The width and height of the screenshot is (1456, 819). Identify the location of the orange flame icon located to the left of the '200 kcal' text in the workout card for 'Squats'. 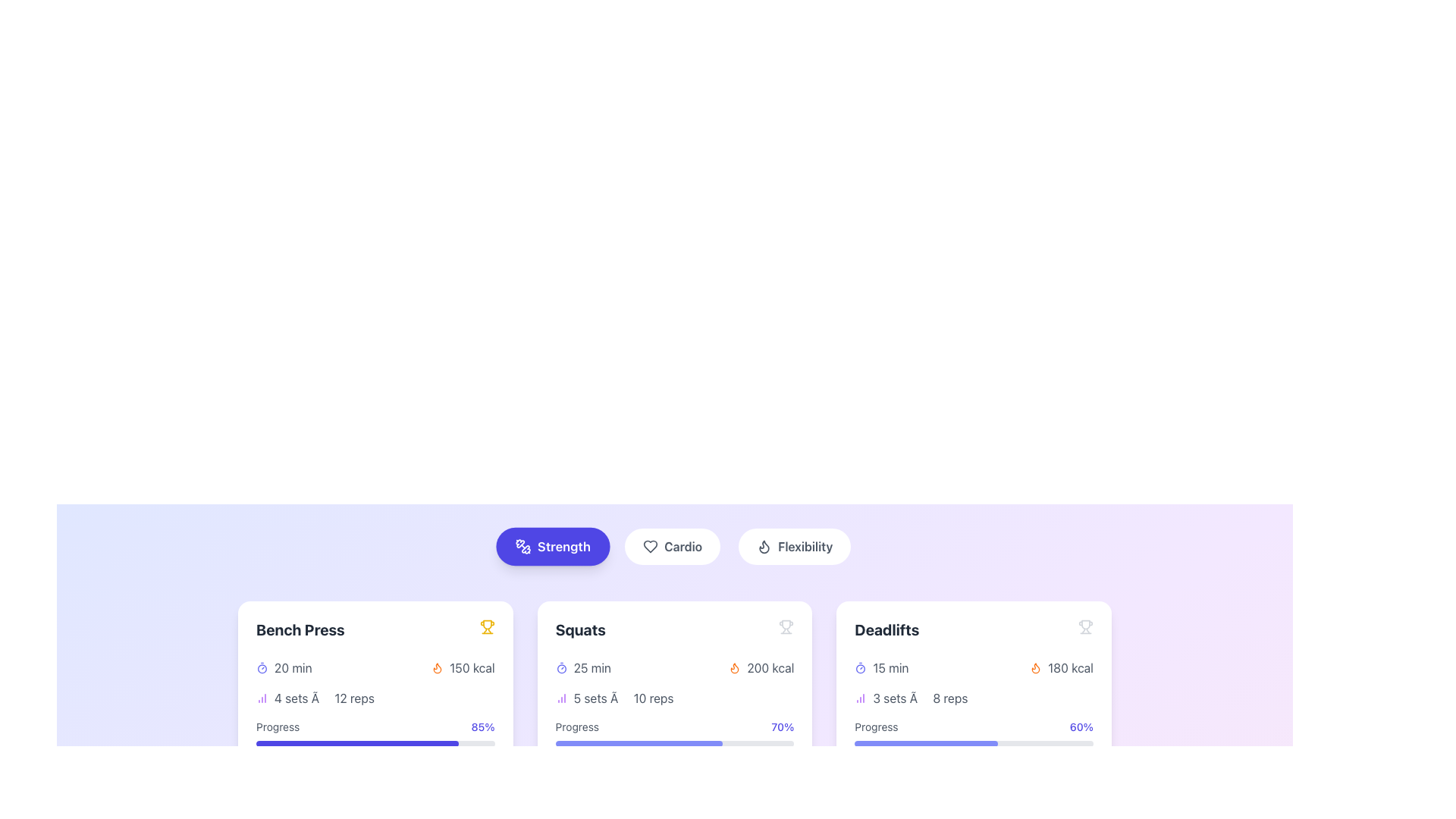
(735, 667).